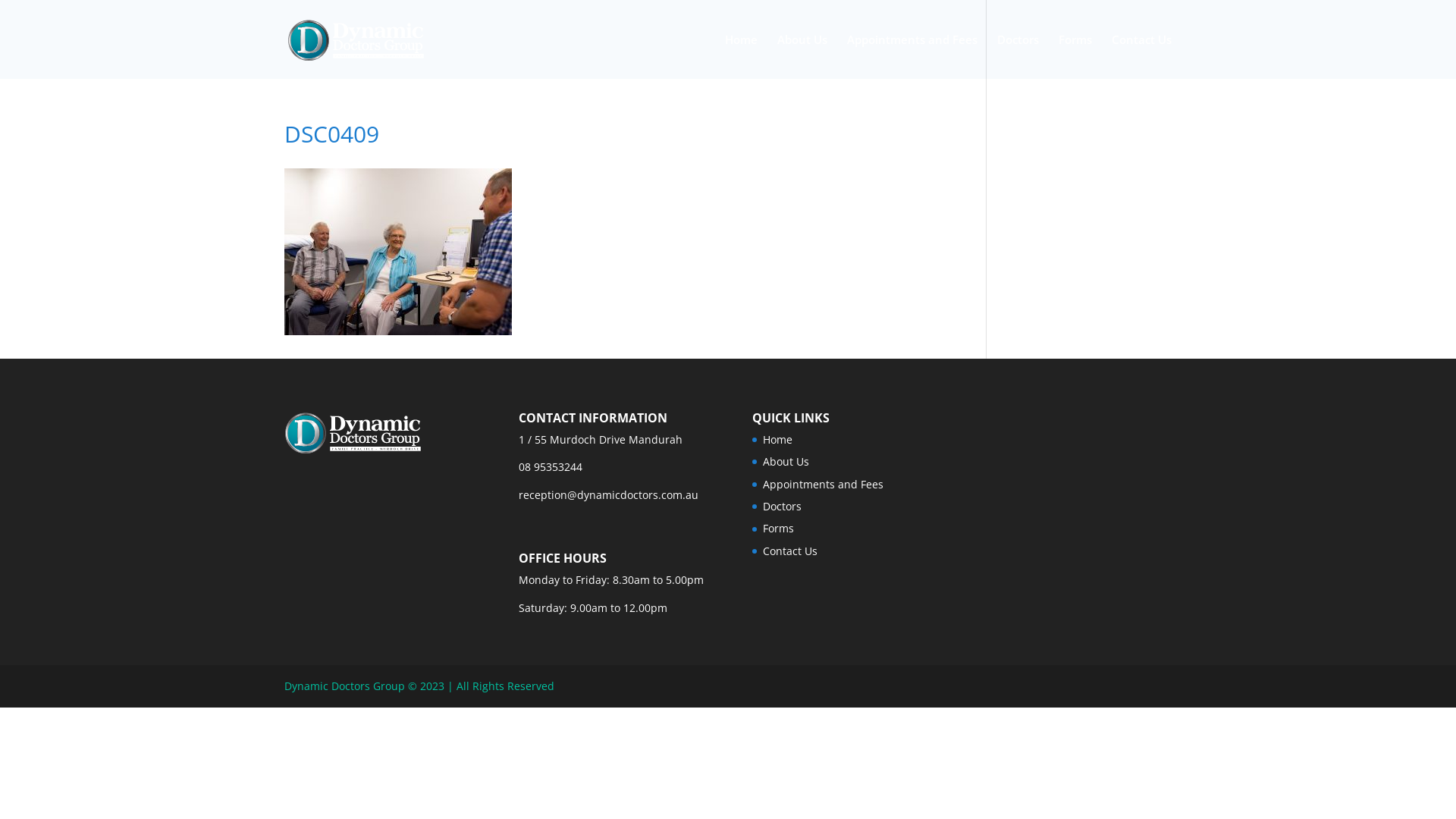 The height and width of the screenshot is (819, 1456). I want to click on 'Forms', so click(1074, 55).